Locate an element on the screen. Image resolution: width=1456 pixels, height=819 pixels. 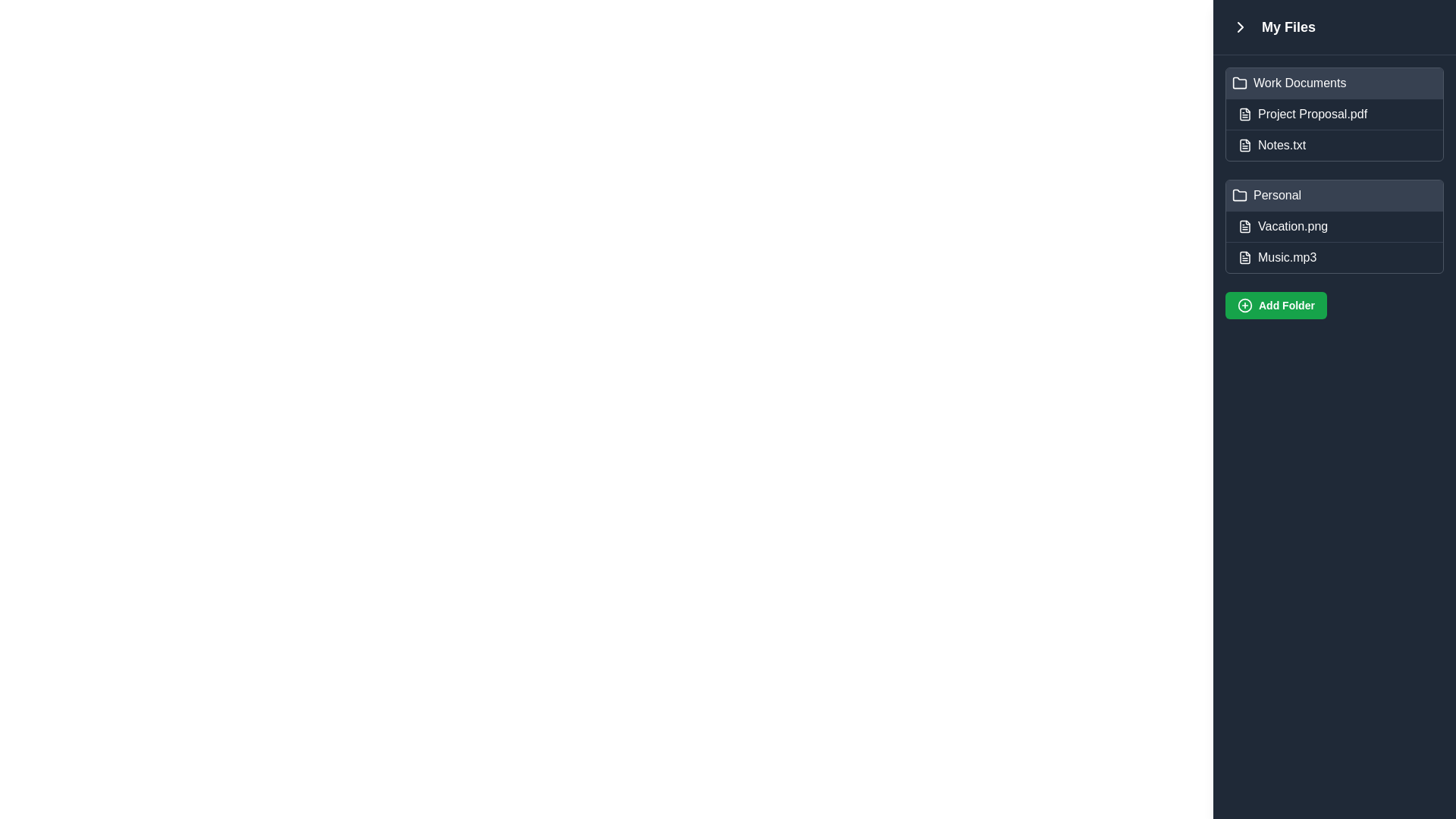
the document file icon with a dark background and white outlines, located to the left of 'Project Proposal.pdf' in the 'Work Documents' group is located at coordinates (1244, 113).